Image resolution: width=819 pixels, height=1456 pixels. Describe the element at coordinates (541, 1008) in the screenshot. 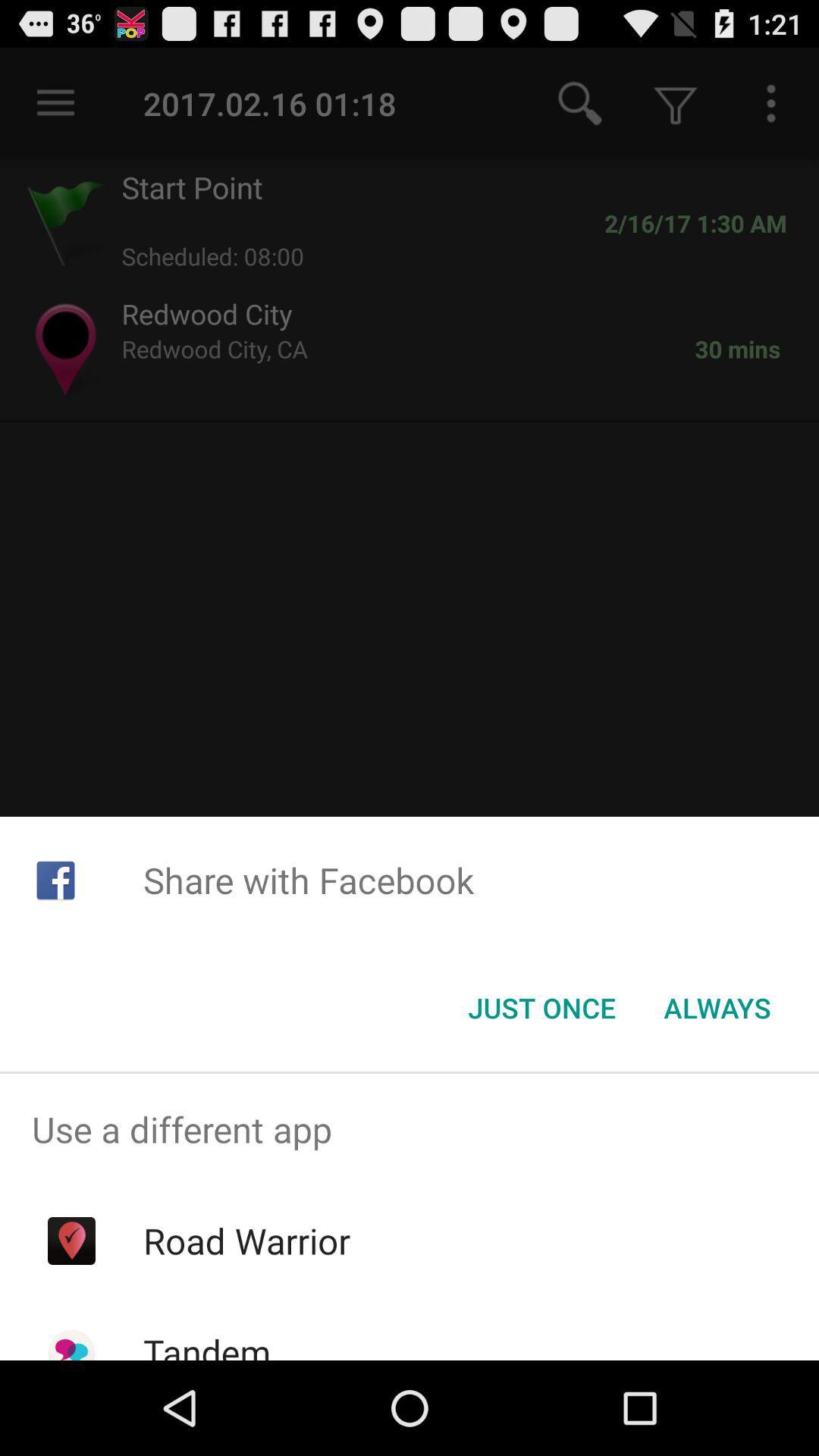

I see `the button to the left of the always icon` at that location.